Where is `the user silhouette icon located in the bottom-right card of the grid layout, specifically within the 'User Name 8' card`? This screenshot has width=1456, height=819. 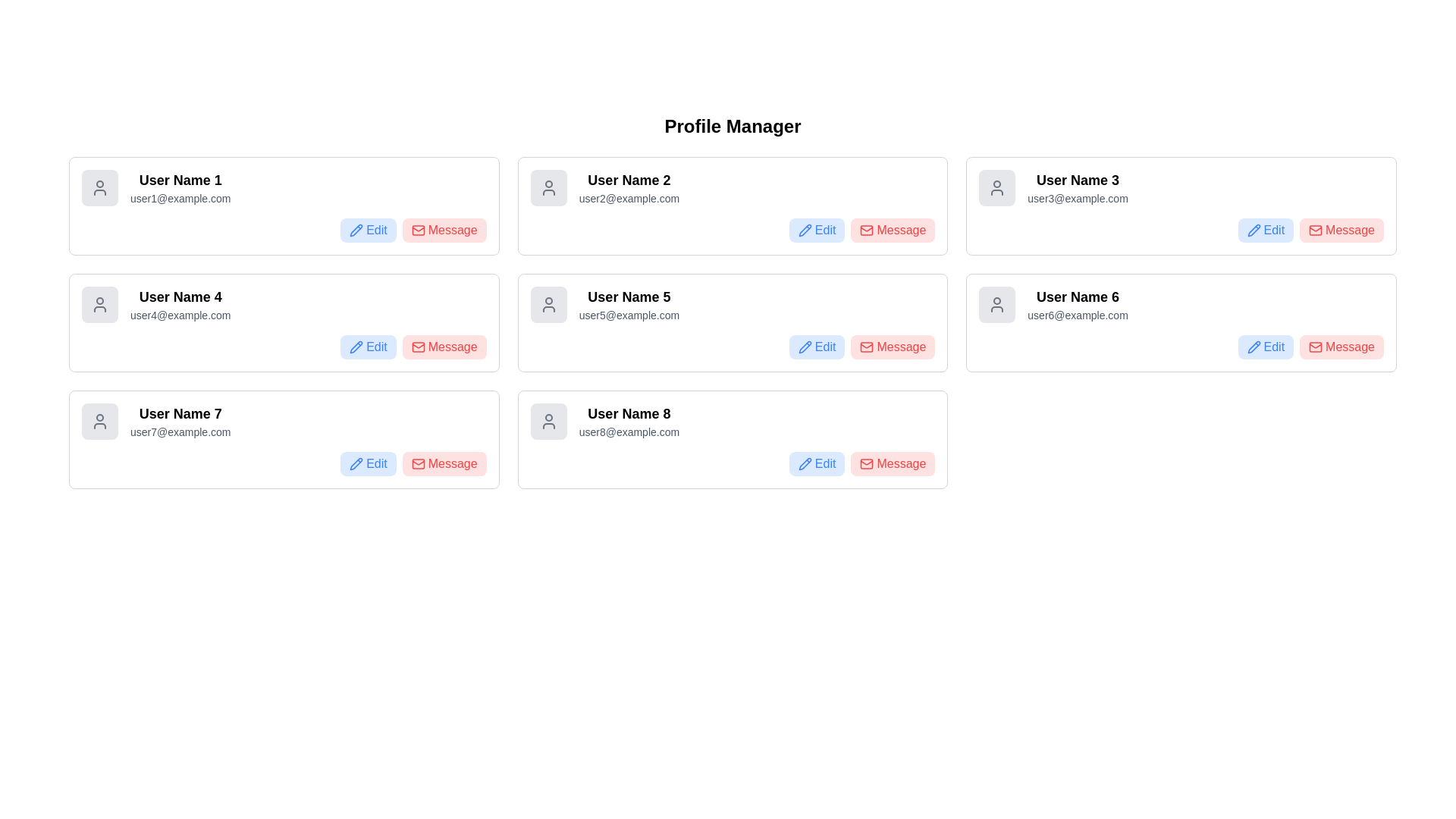
the user silhouette icon located in the bottom-right card of the grid layout, specifically within the 'User Name 8' card is located at coordinates (548, 421).